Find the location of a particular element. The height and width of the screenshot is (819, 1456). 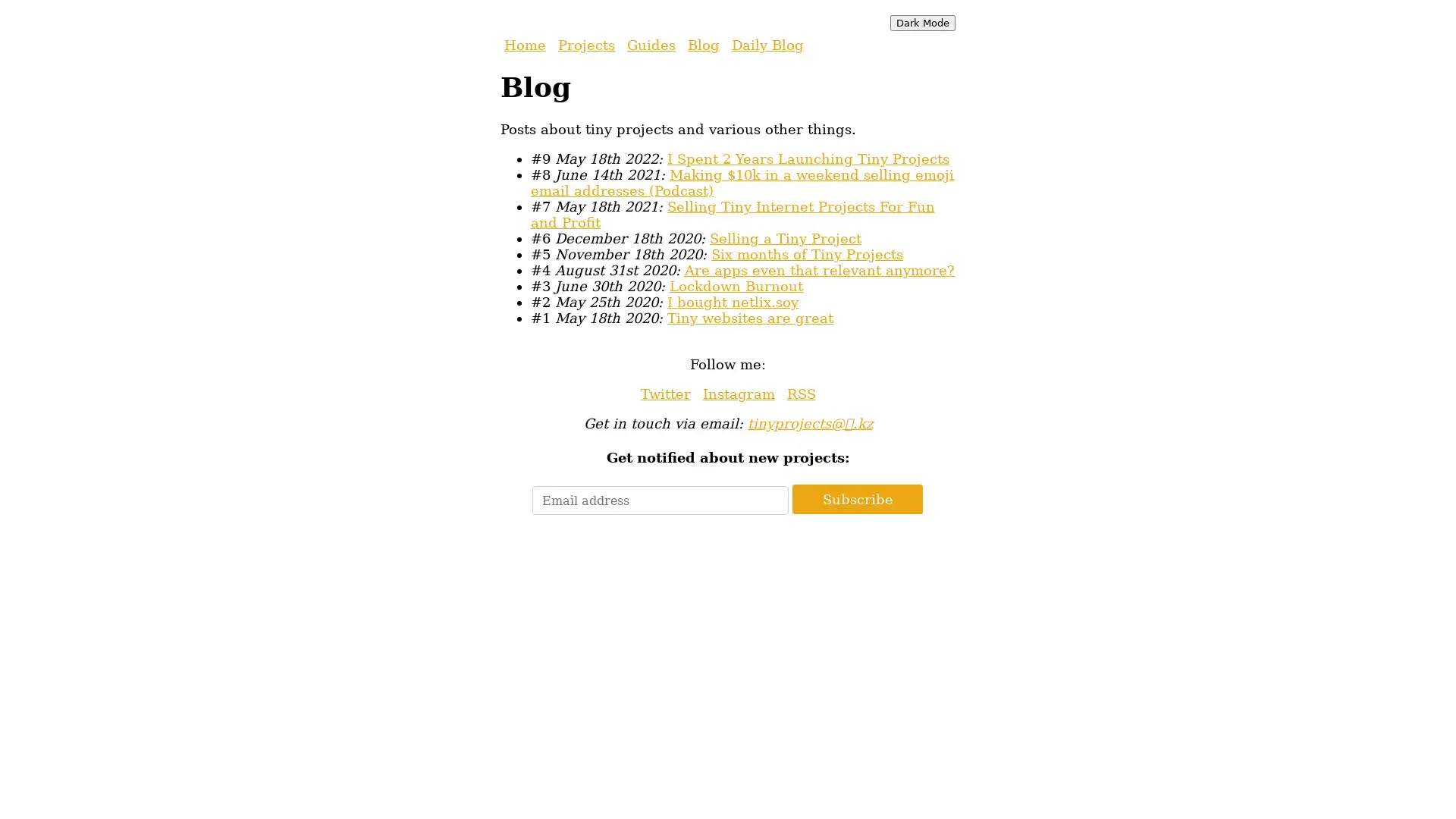

Dark Mode is located at coordinates (922, 23).